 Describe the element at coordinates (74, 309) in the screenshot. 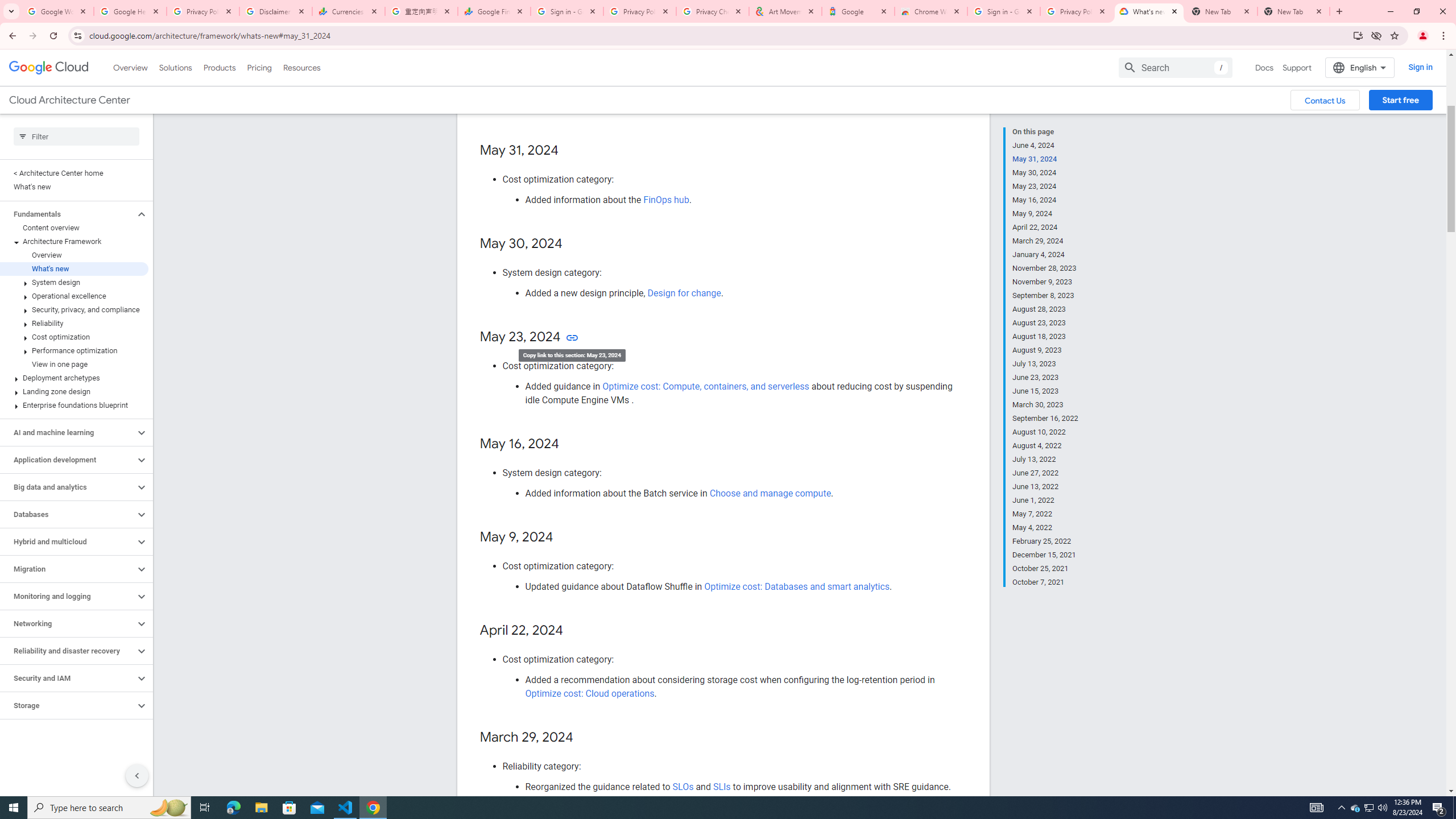

I see `'Security, privacy, and compliance'` at that location.